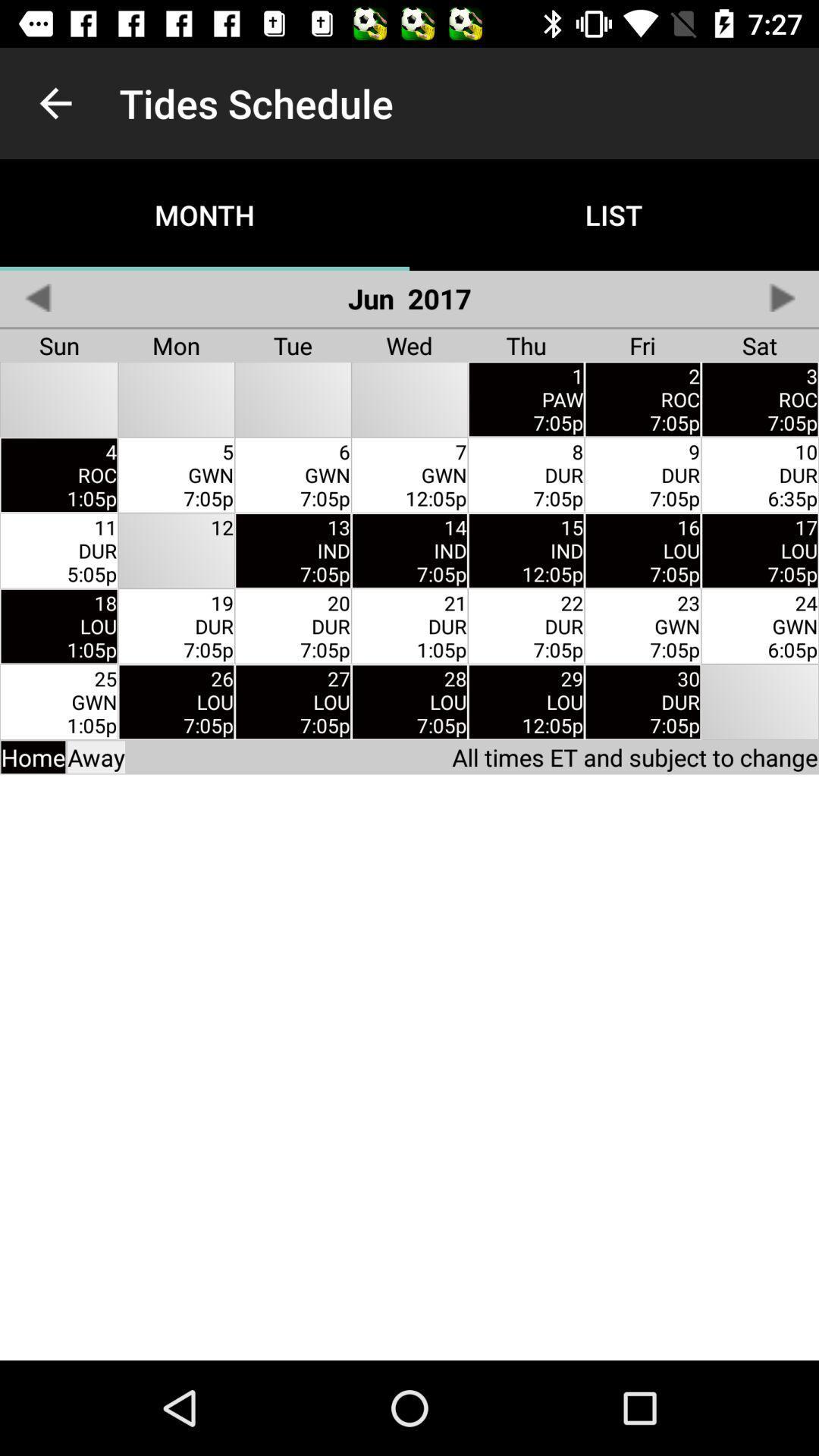 The width and height of the screenshot is (819, 1456). I want to click on go back, so click(36, 297).